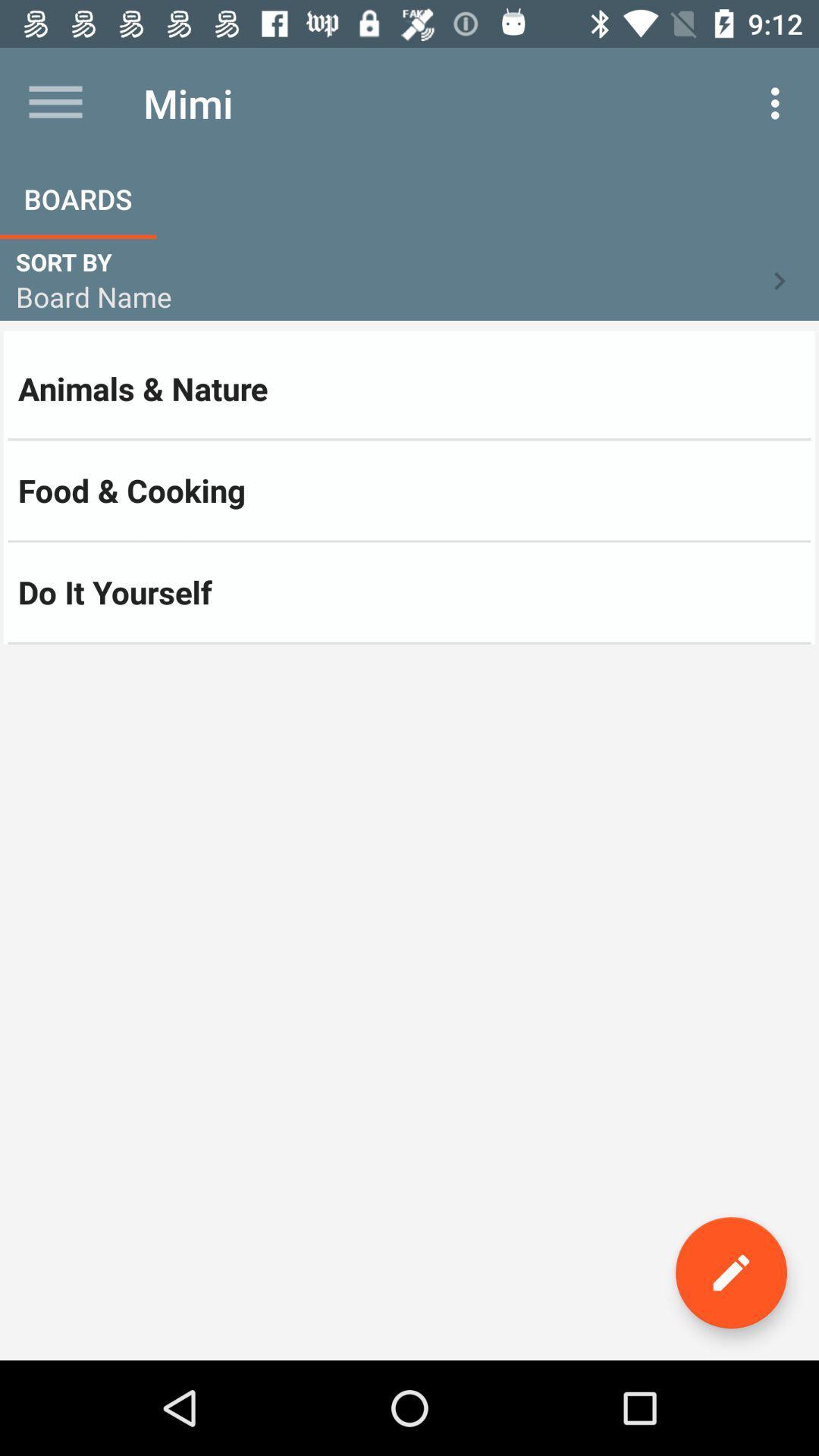 The image size is (819, 1456). I want to click on edit information, so click(730, 1272).